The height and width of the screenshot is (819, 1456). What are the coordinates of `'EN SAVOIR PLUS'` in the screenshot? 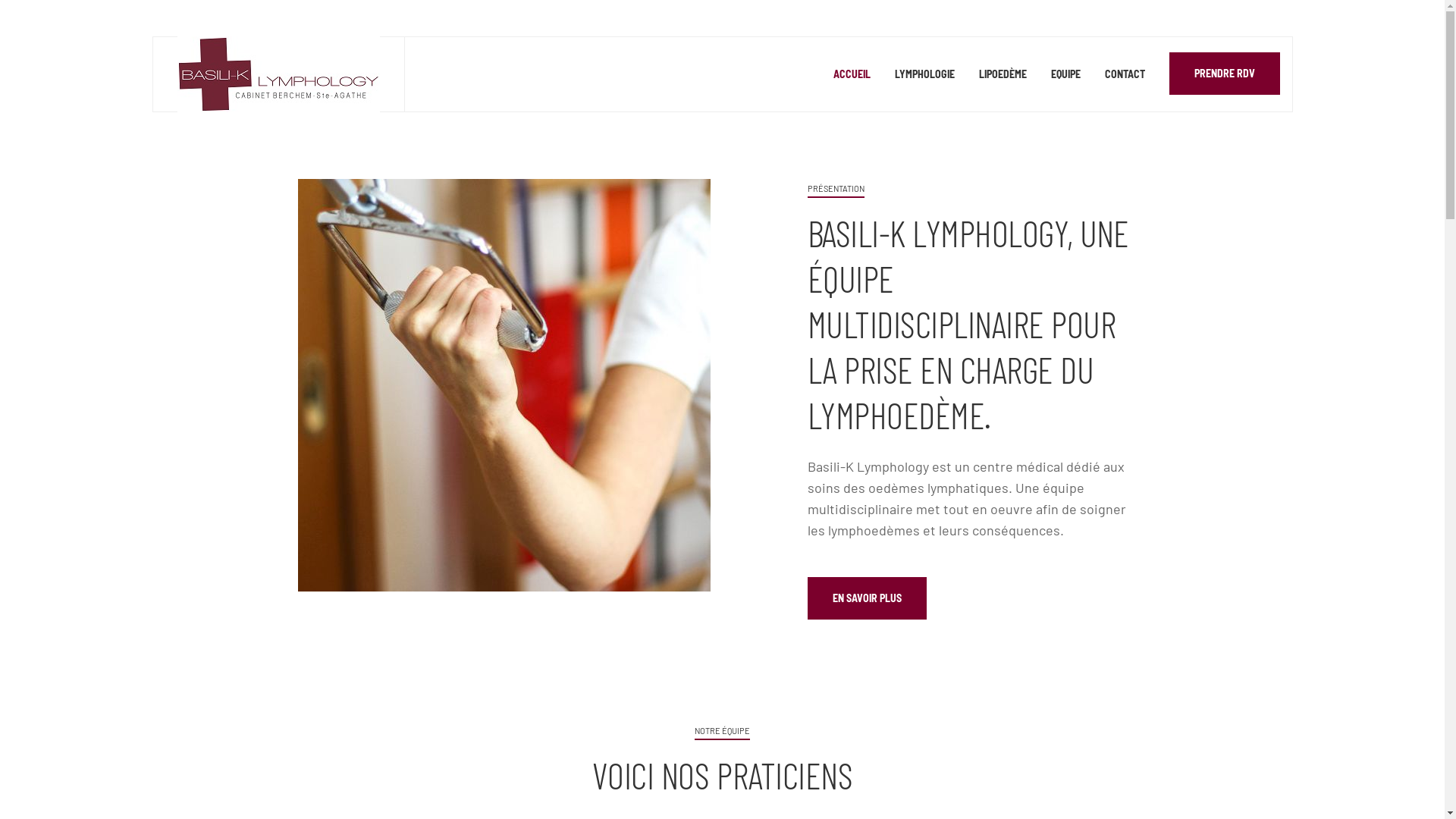 It's located at (866, 598).